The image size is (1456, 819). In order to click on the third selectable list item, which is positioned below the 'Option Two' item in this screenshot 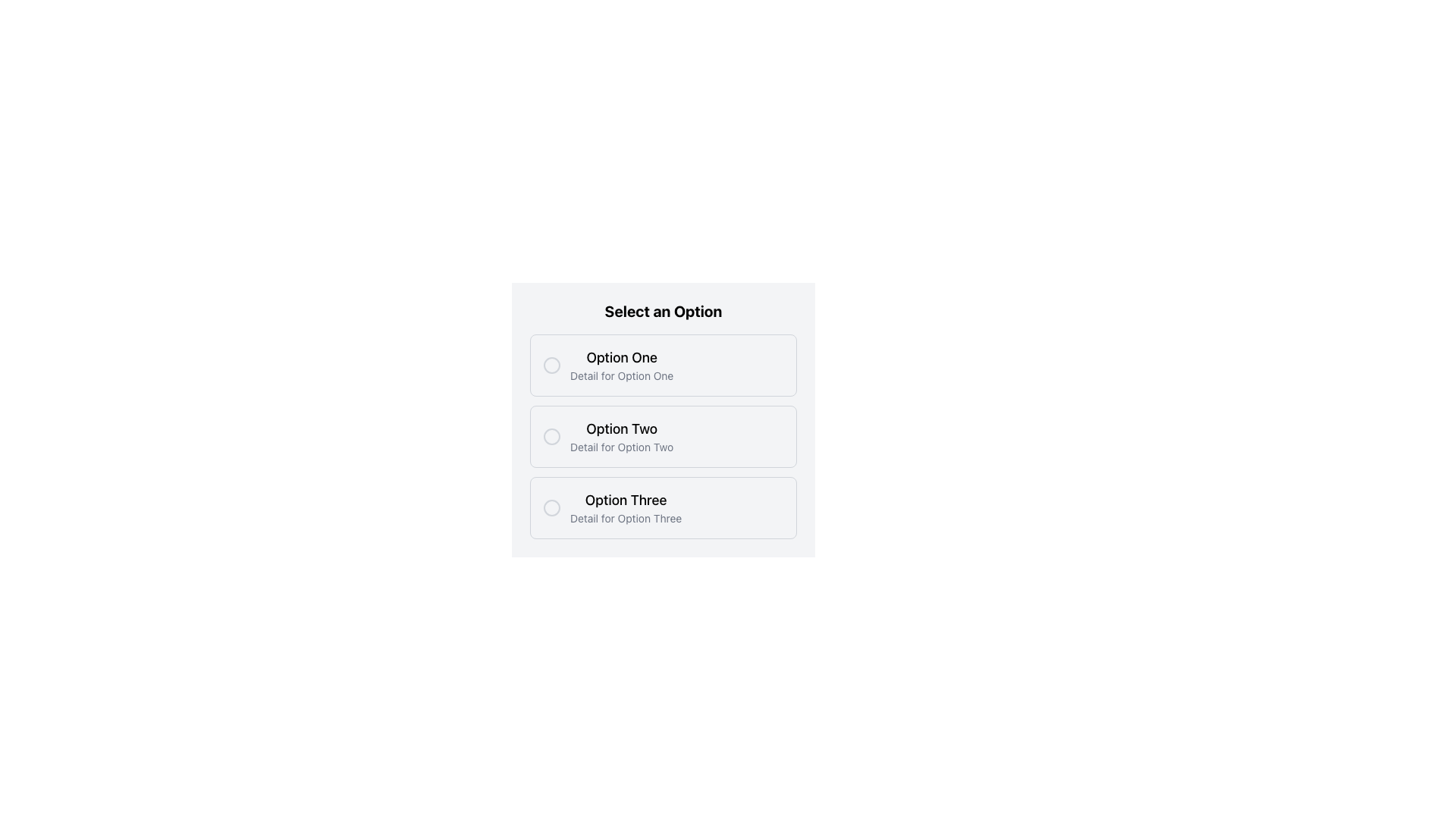, I will do `click(663, 508)`.